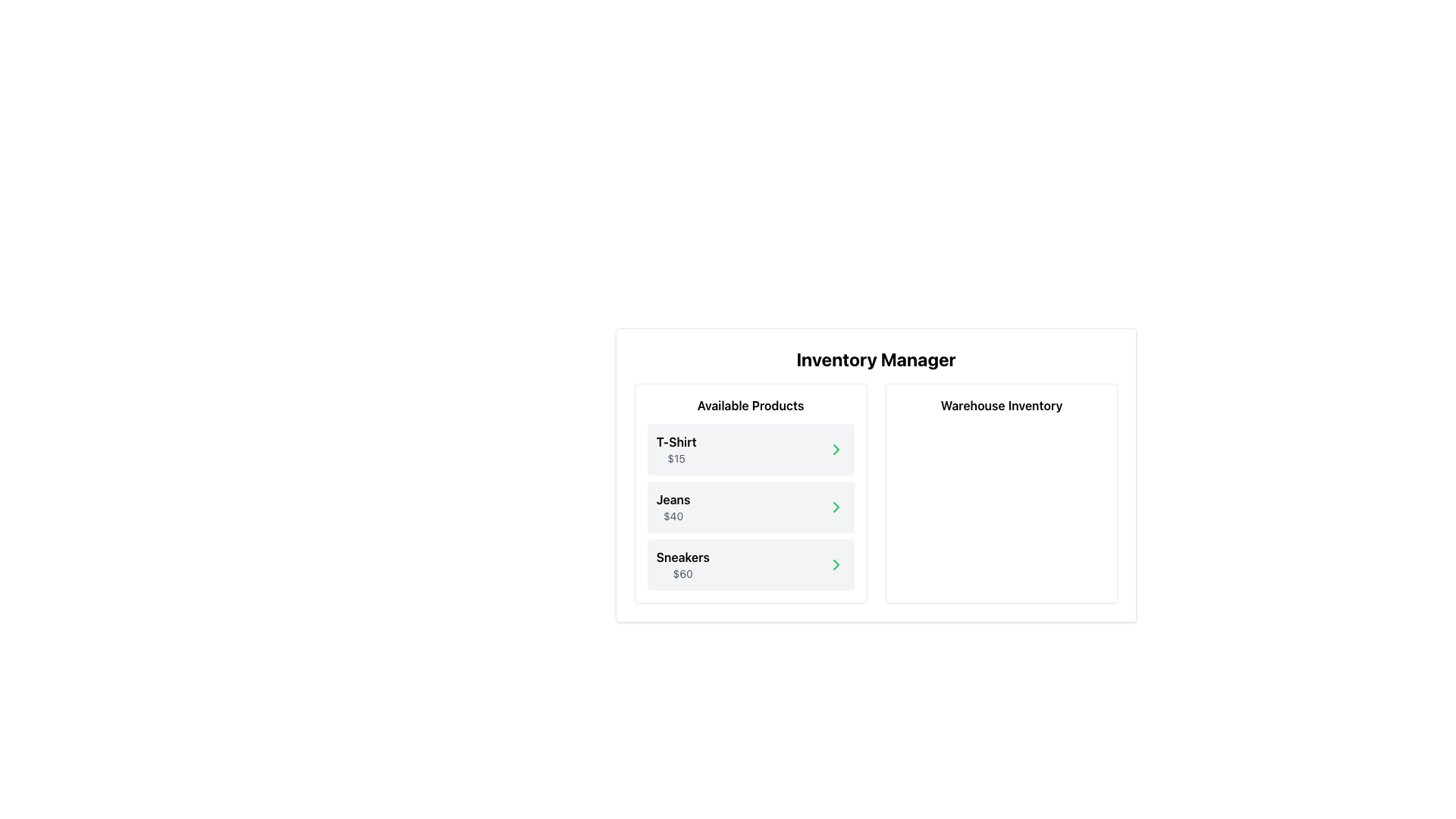 The image size is (1456, 819). I want to click on the 'Sneakers' list item in the 'Available Products' panel, so click(751, 564).